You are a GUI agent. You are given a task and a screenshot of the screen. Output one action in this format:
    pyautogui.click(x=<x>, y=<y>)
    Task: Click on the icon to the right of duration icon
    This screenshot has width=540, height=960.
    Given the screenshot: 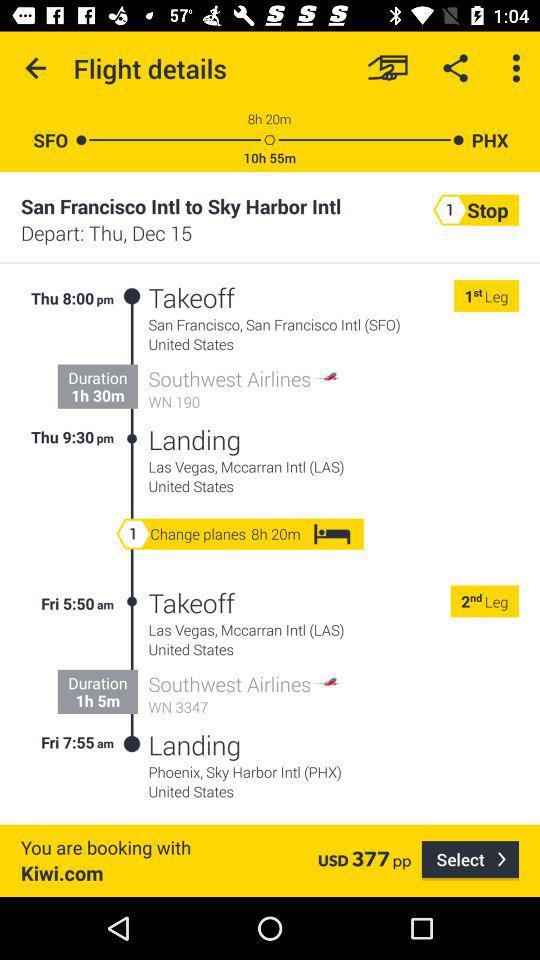 What is the action you would take?
    pyautogui.click(x=132, y=673)
    